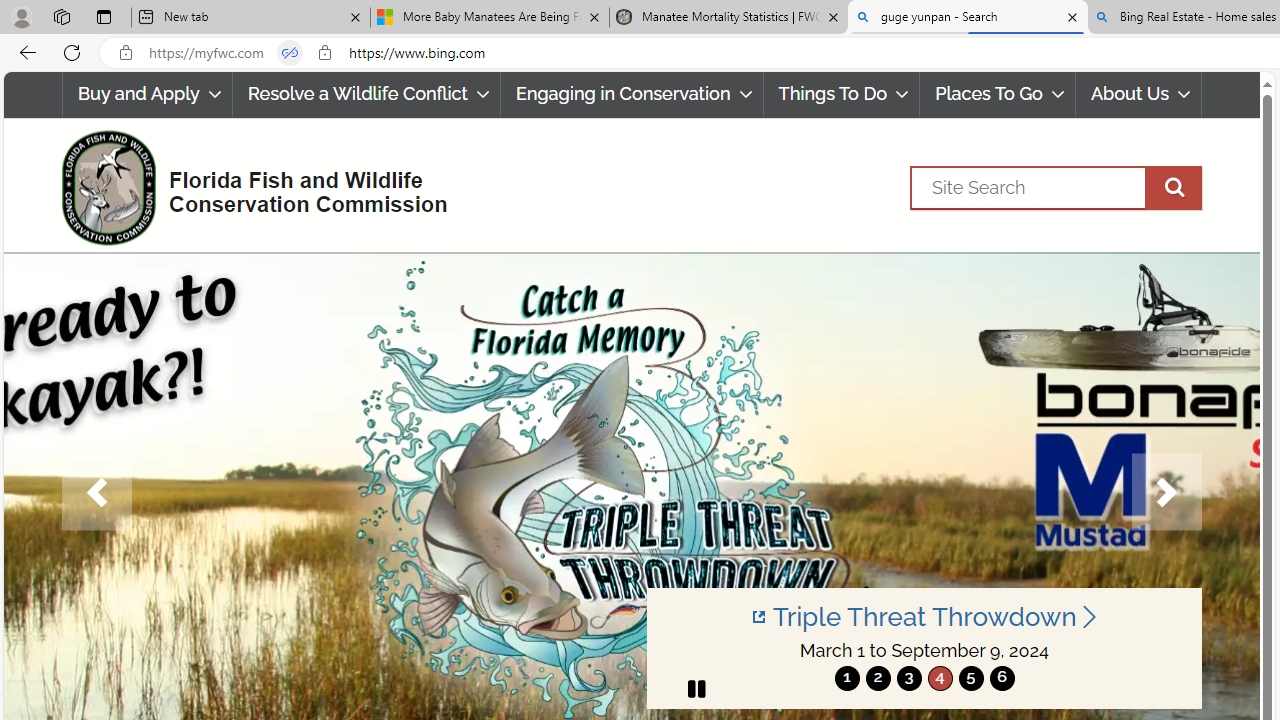 Image resolution: width=1280 pixels, height=720 pixels. Describe the element at coordinates (997, 94) in the screenshot. I see `'Places To Go'` at that location.